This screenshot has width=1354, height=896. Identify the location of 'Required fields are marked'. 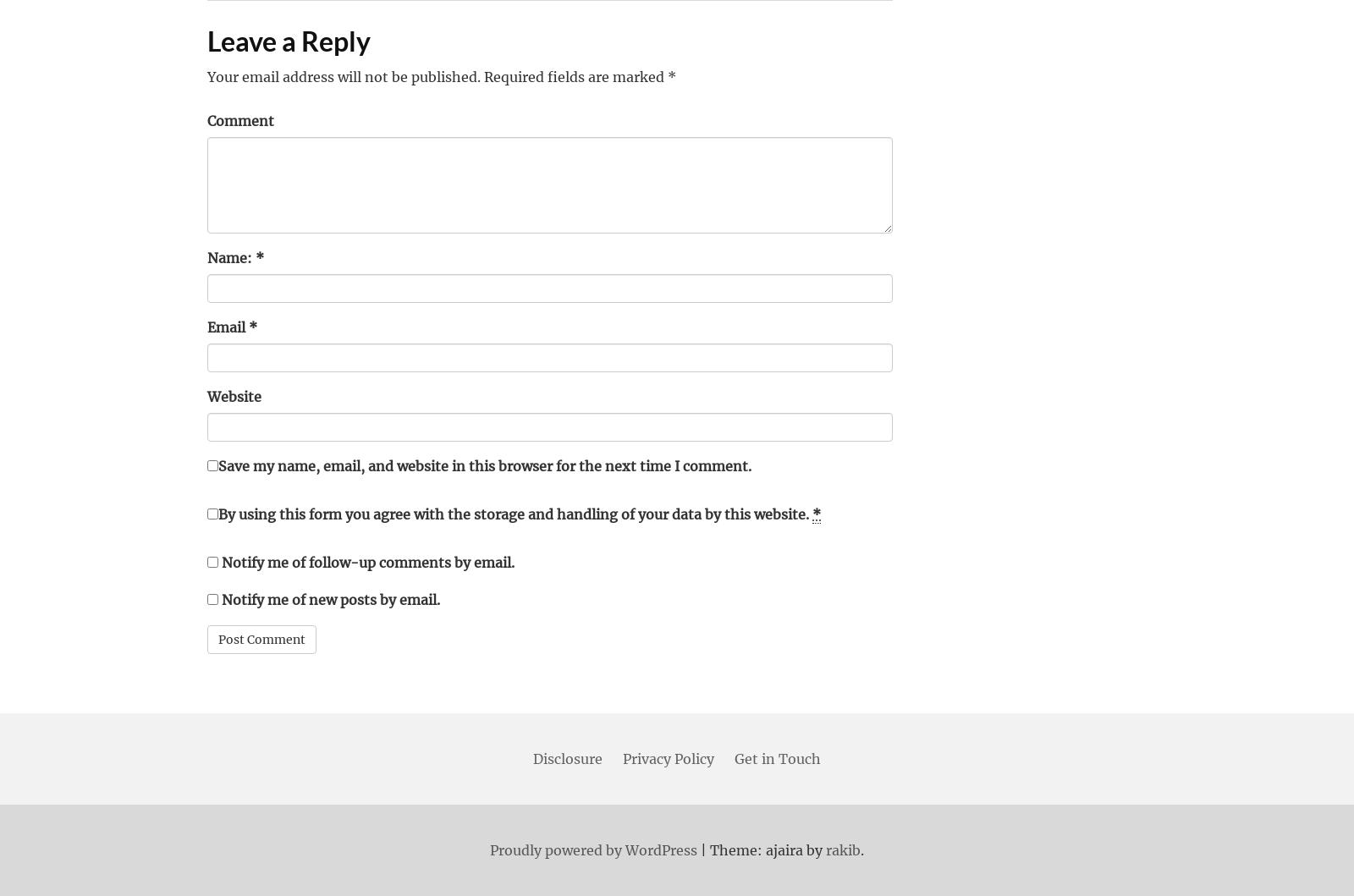
(480, 76).